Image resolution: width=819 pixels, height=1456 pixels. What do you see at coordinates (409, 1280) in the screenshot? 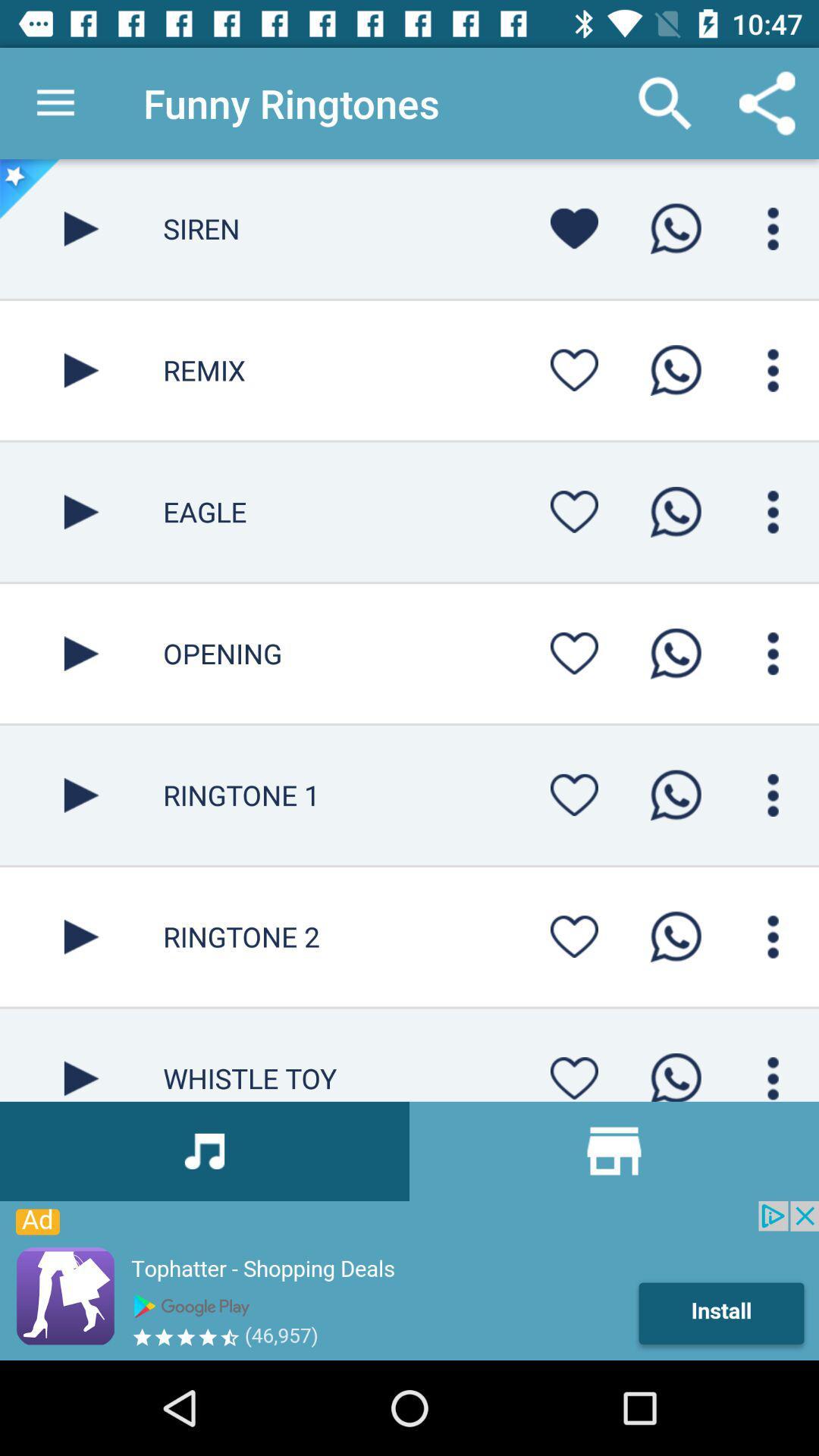
I see `visit advertisement` at bounding box center [409, 1280].